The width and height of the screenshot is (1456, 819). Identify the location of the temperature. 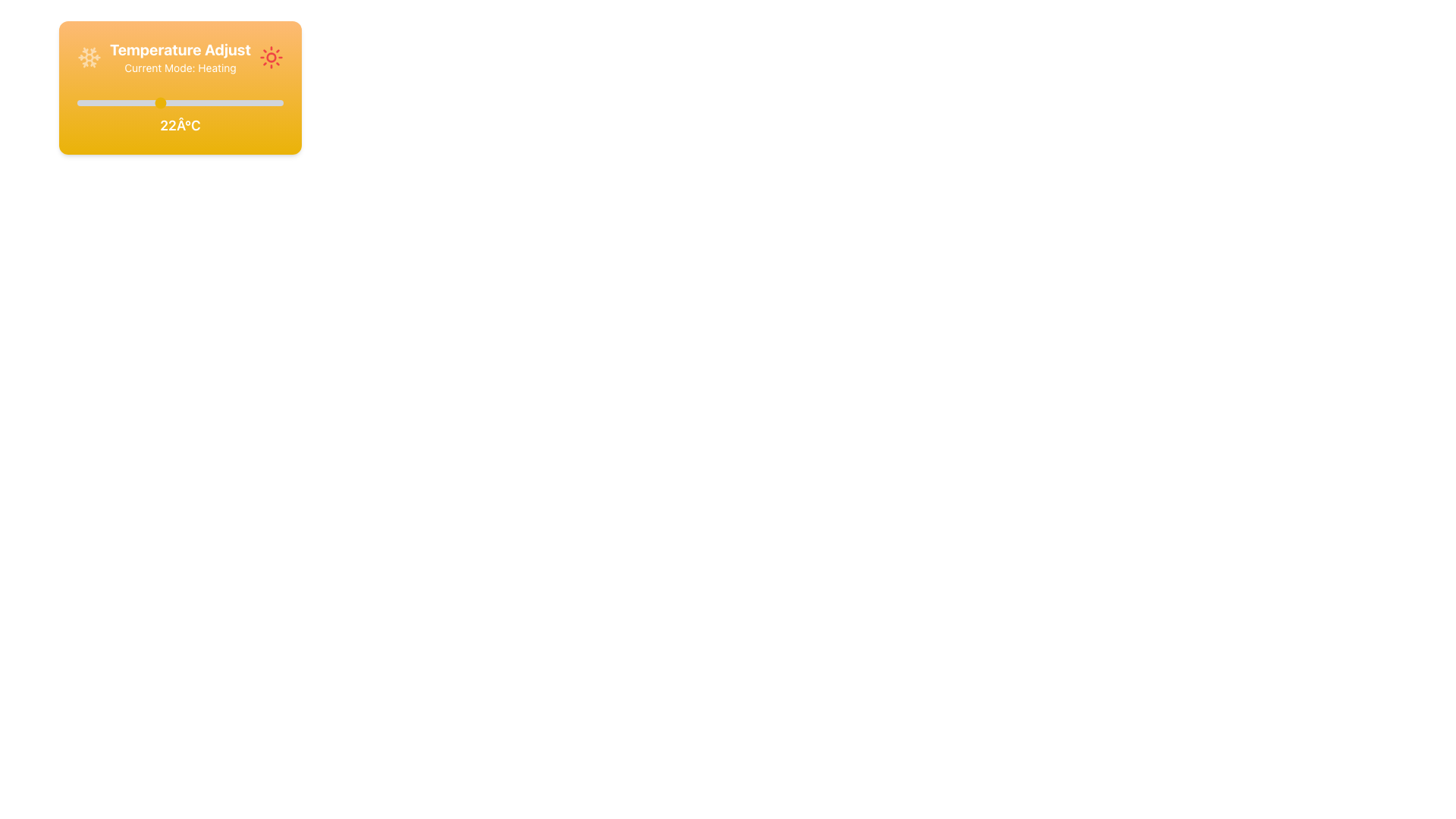
(159, 102).